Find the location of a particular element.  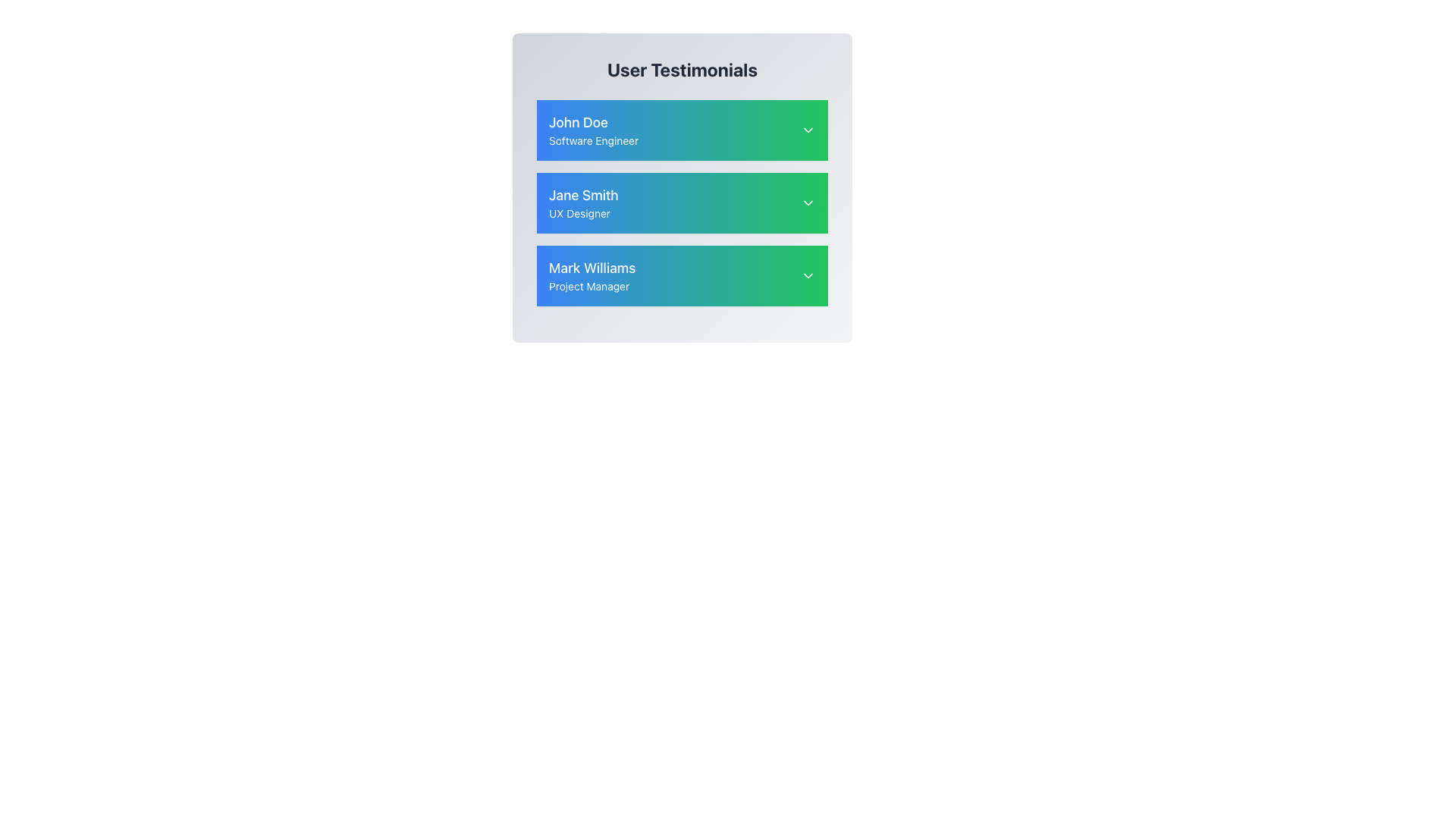

the chevron icon located at the far-right side of the user card displaying 'John Doe' is located at coordinates (807, 130).